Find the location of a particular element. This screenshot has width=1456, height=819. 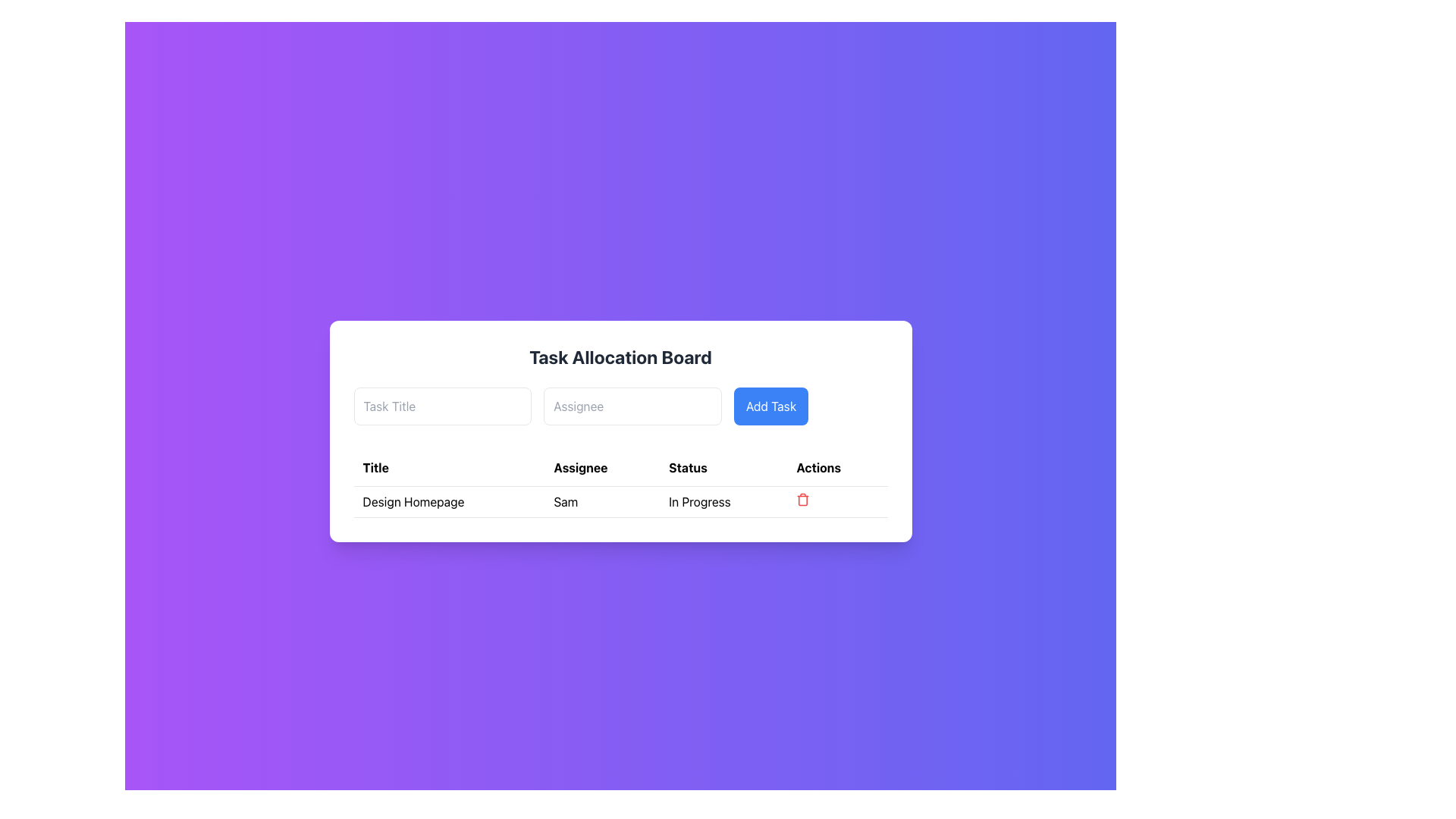

text from the bold 'Assignee' label located in the second cell of the header row in the grid or table structure is located at coordinates (601, 467).